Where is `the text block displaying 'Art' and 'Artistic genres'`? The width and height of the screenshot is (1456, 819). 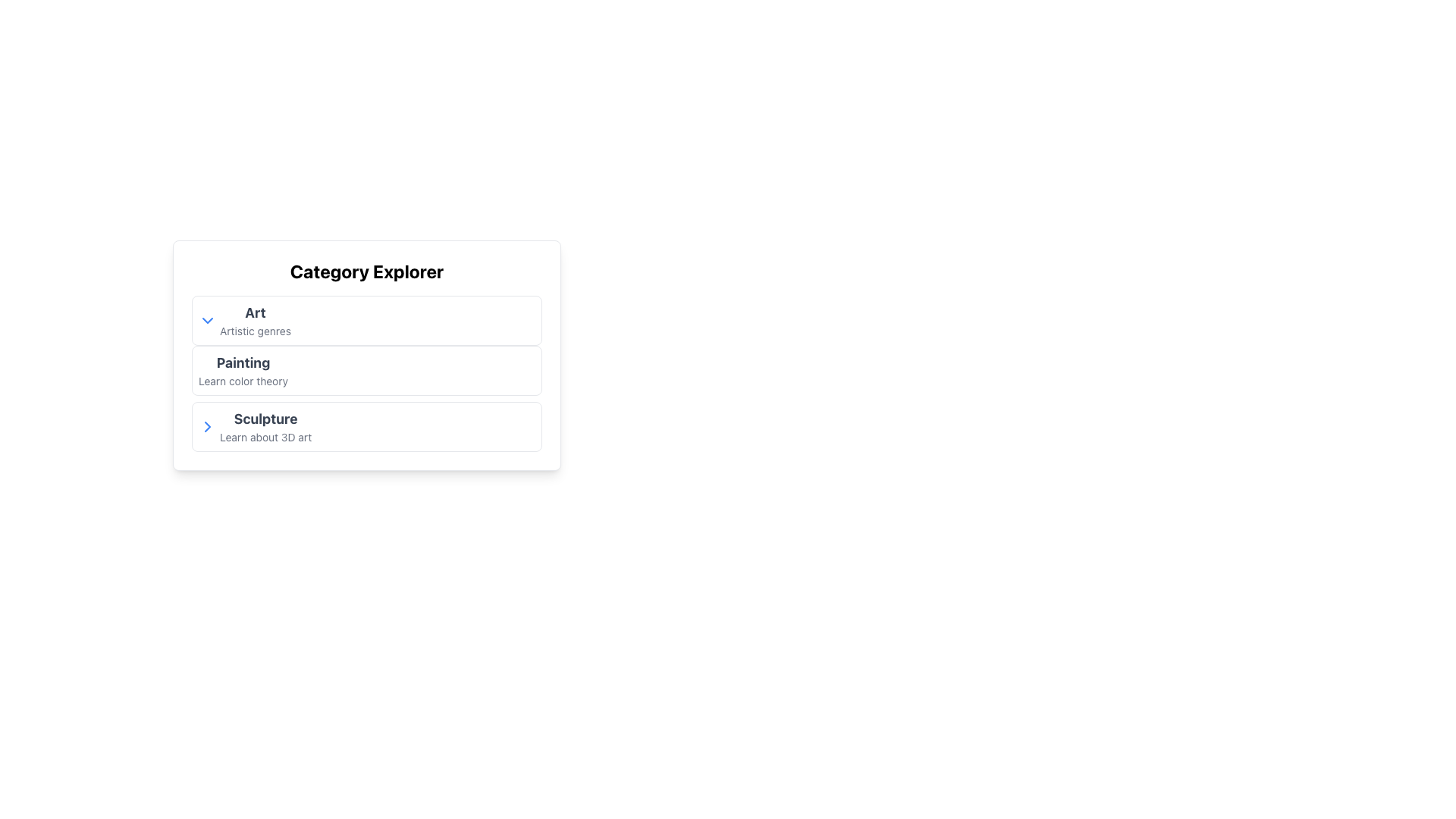 the text block displaying 'Art' and 'Artistic genres' is located at coordinates (255, 320).